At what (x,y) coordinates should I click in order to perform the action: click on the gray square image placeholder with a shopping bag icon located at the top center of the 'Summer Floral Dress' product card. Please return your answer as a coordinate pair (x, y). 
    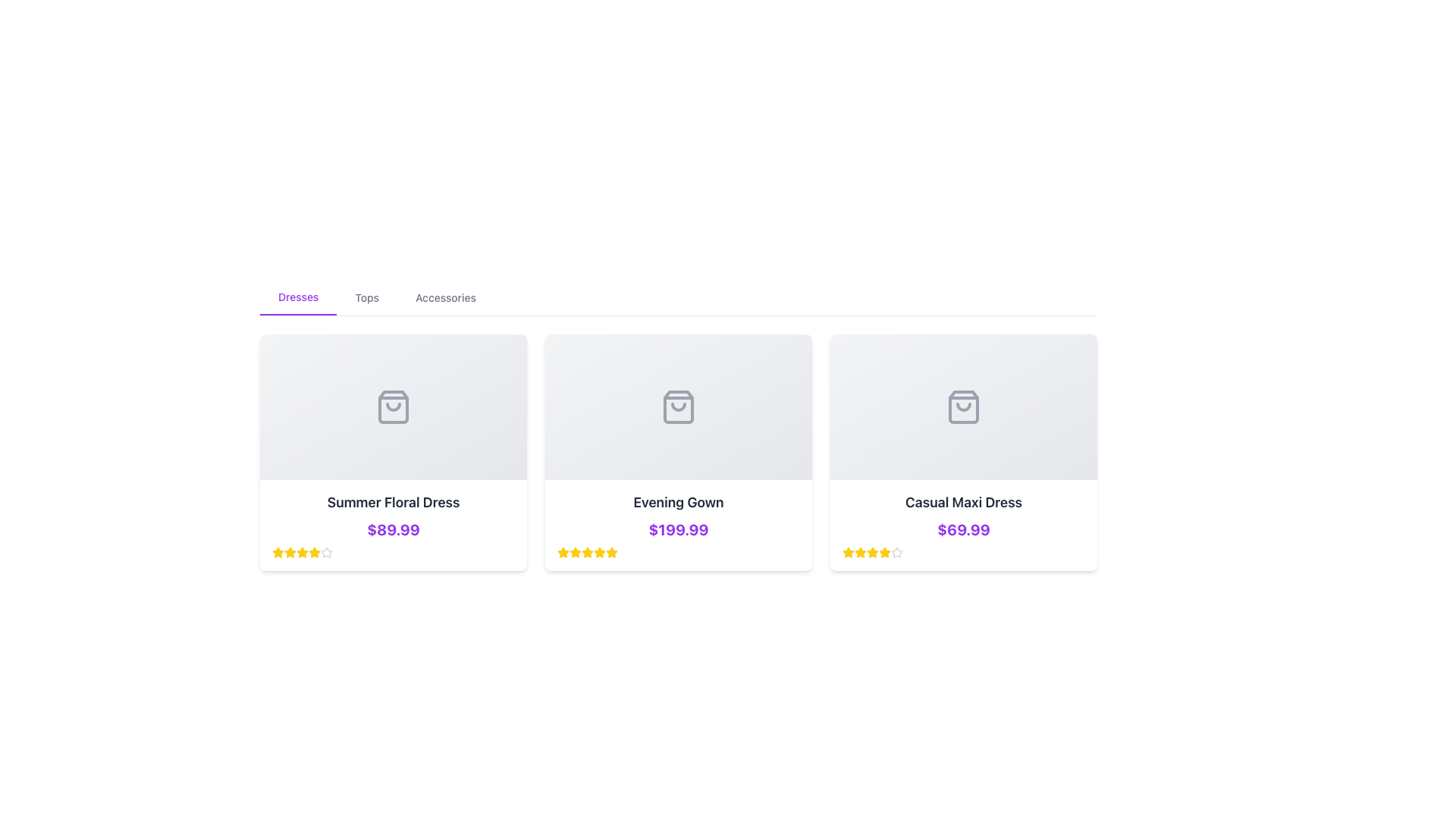
    Looking at the image, I should click on (393, 406).